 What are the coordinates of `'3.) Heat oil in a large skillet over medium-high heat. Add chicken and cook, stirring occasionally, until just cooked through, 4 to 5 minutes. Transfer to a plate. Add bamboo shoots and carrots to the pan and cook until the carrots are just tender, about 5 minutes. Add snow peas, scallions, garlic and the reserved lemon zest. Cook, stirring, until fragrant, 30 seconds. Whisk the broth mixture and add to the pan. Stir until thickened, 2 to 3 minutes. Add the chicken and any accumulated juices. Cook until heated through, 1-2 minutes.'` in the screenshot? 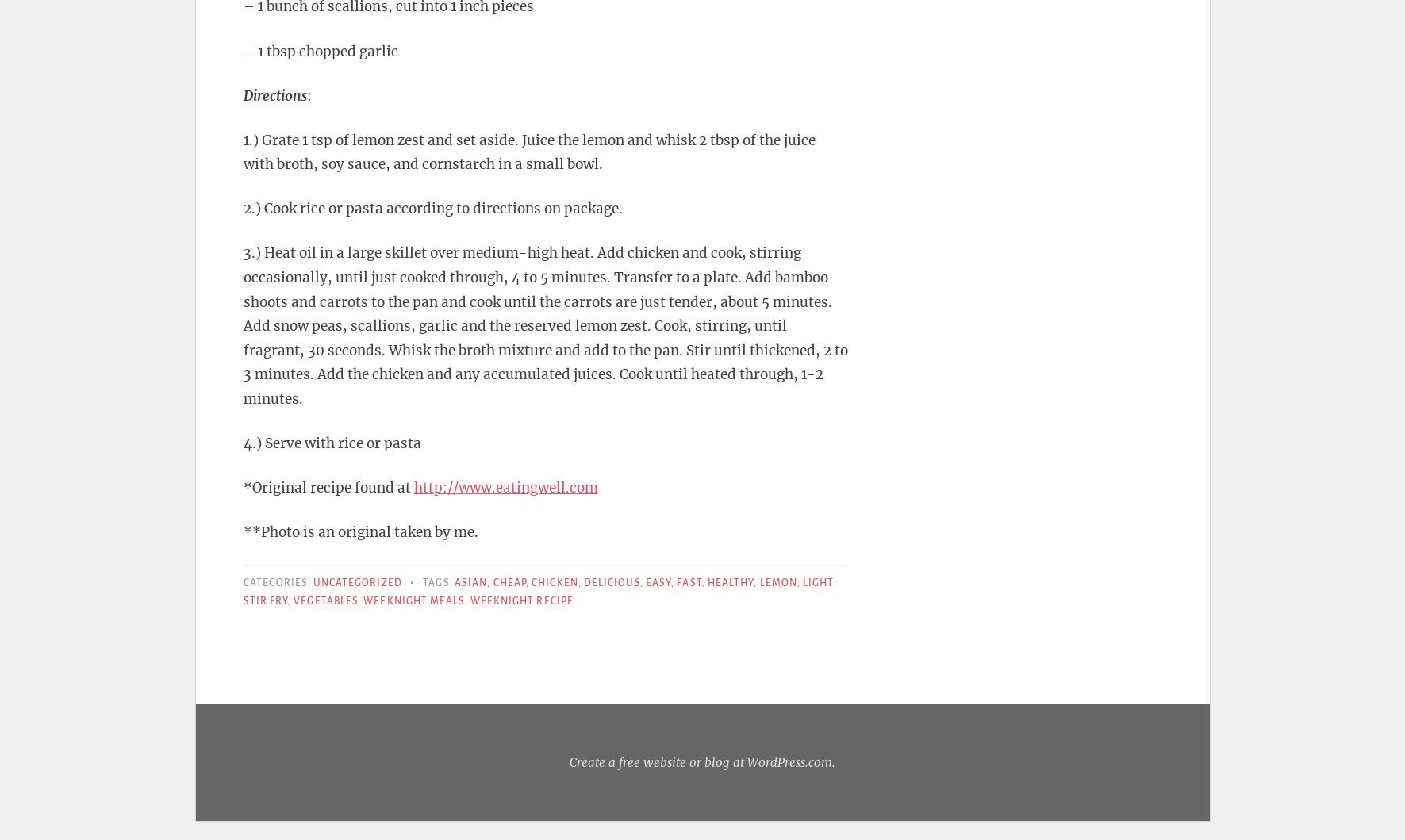 It's located at (544, 324).